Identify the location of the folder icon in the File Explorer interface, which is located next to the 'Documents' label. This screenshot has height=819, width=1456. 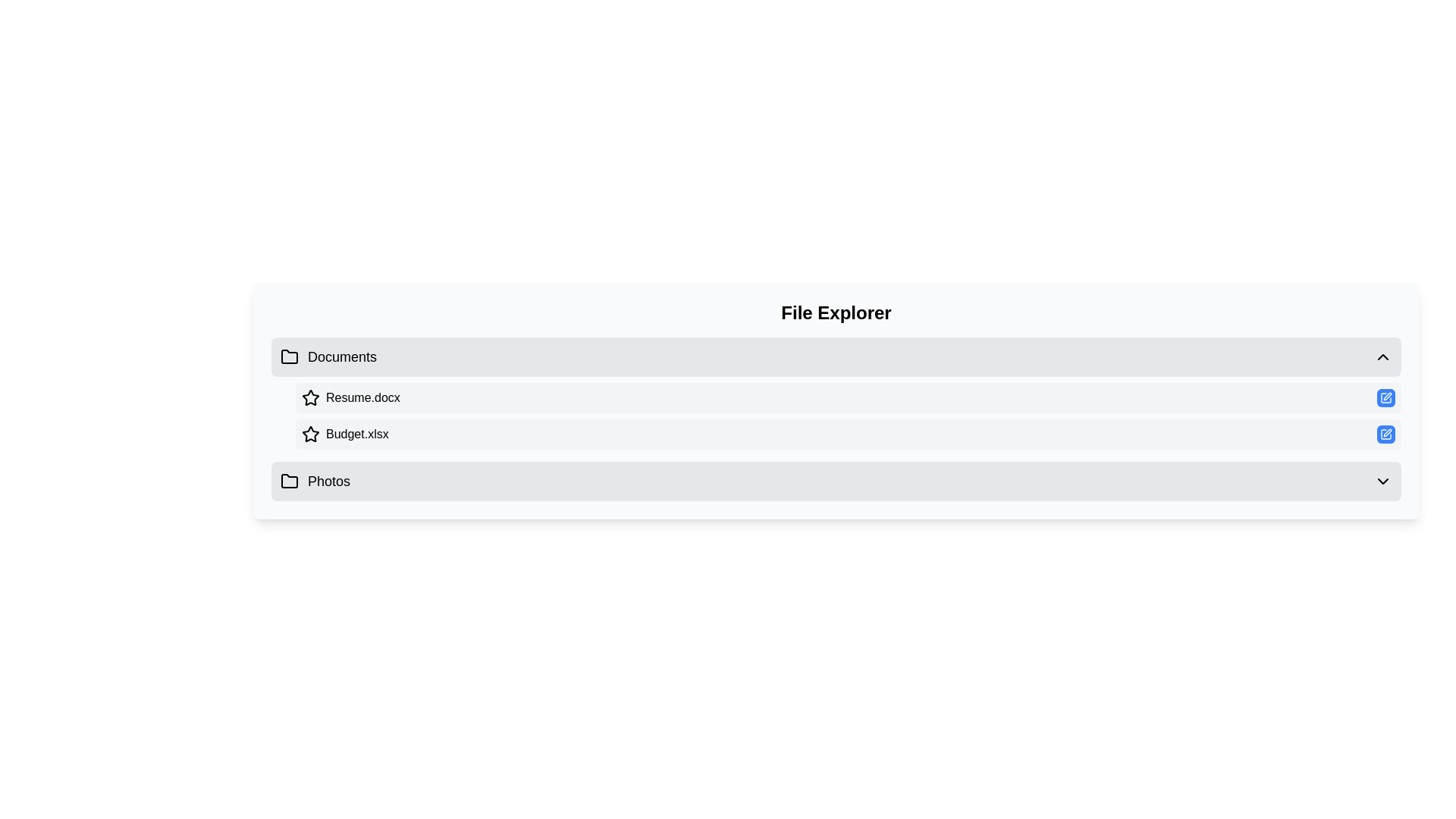
(290, 356).